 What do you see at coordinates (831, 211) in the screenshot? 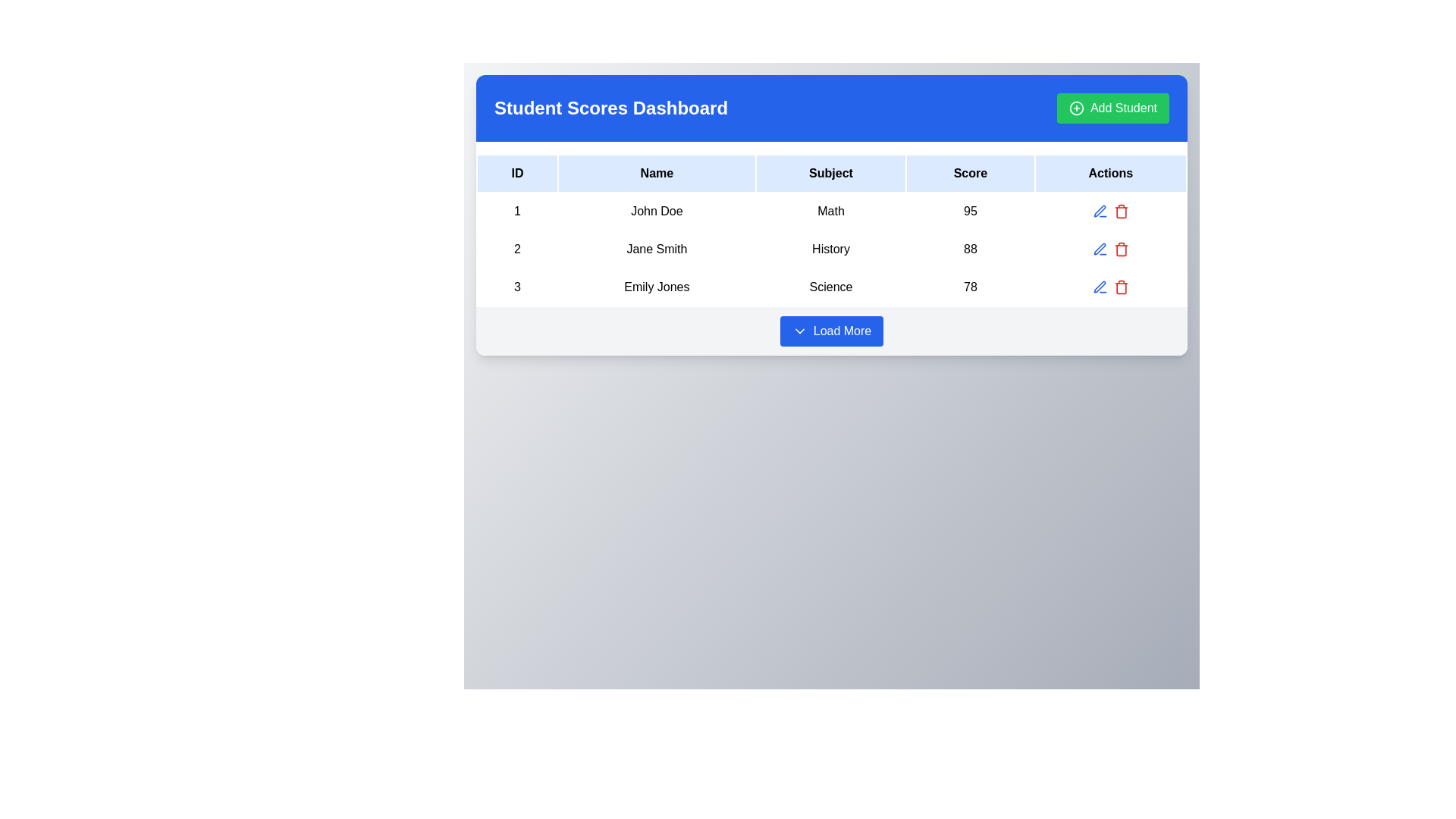
I see `the first row of the student information table labeled 'Student Scores Dashboard'` at bounding box center [831, 211].